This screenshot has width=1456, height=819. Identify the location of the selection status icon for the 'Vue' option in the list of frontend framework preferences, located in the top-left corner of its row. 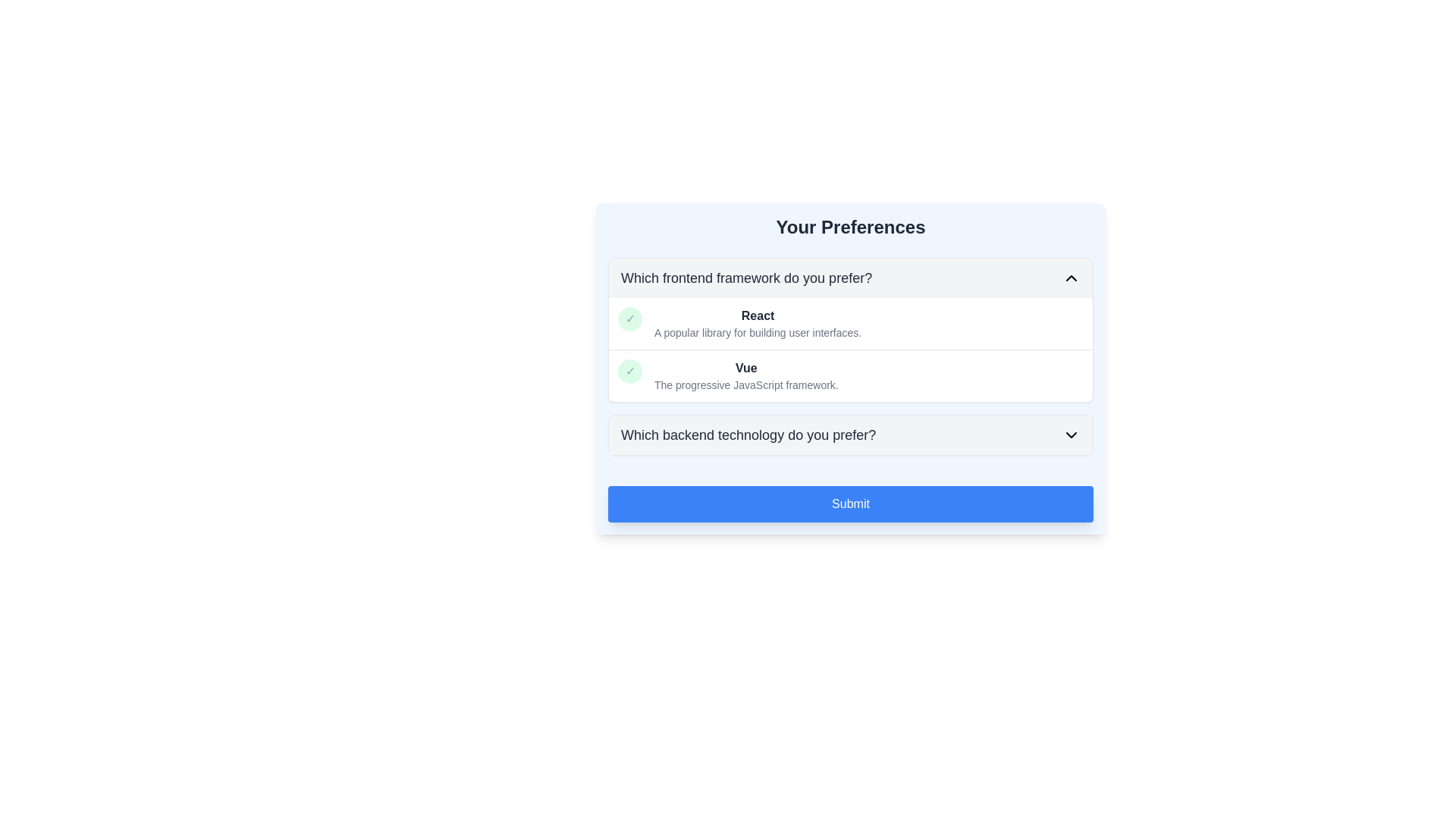
(629, 371).